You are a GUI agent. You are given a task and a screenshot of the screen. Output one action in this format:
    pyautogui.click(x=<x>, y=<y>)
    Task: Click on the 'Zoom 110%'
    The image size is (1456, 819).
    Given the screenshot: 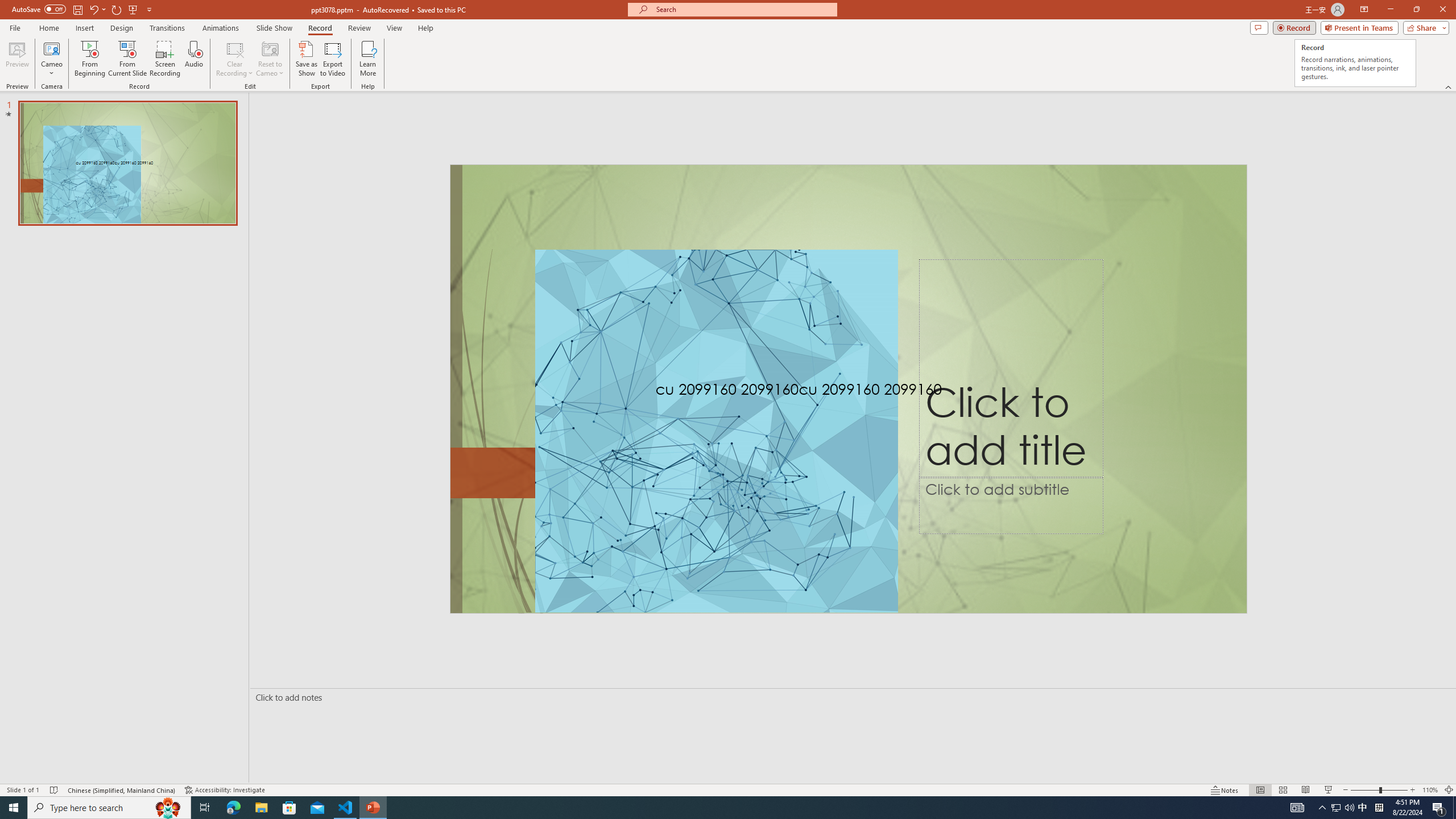 What is the action you would take?
    pyautogui.click(x=1430, y=790)
    